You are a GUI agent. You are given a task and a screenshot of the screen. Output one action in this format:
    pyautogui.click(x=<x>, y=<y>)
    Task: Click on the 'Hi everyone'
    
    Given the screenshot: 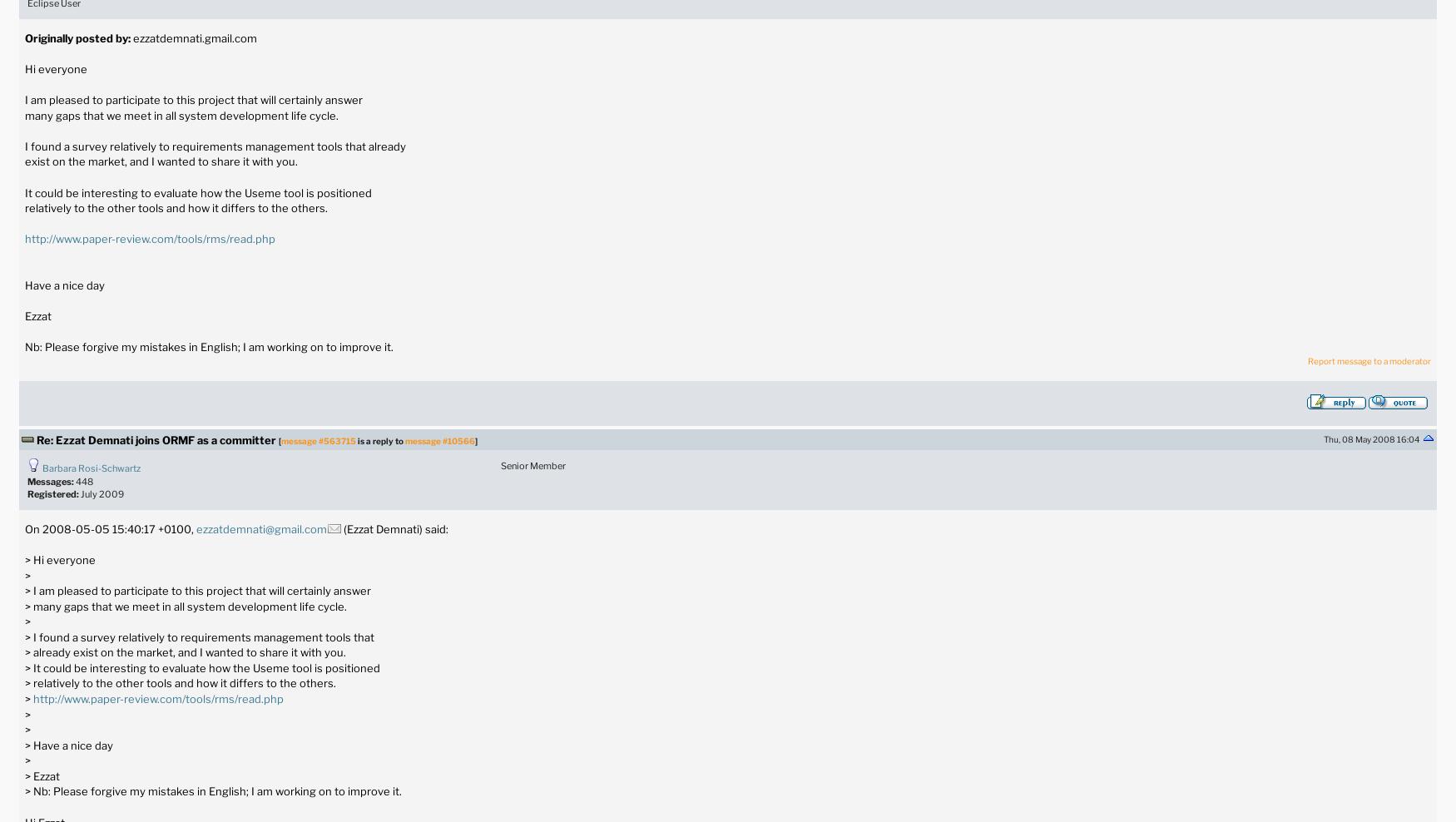 What is the action you would take?
    pyautogui.click(x=55, y=68)
    